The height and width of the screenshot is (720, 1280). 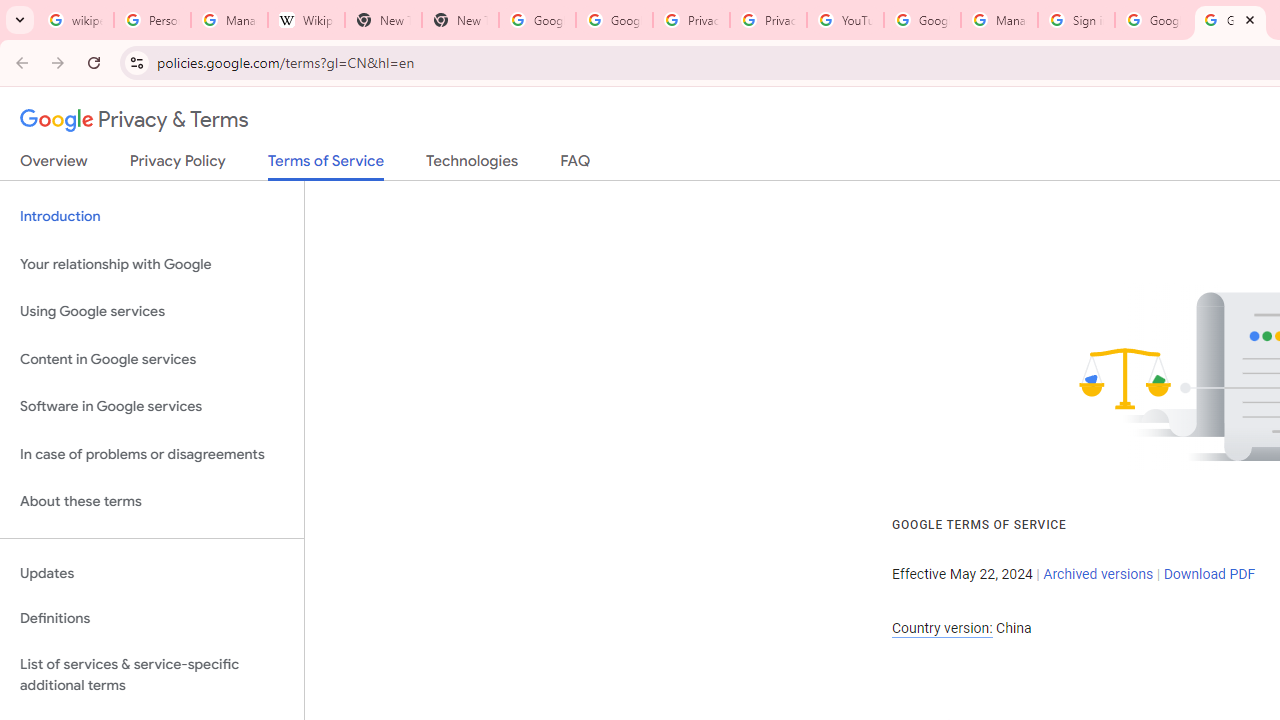 What do you see at coordinates (326, 165) in the screenshot?
I see `'Terms of Service'` at bounding box center [326, 165].